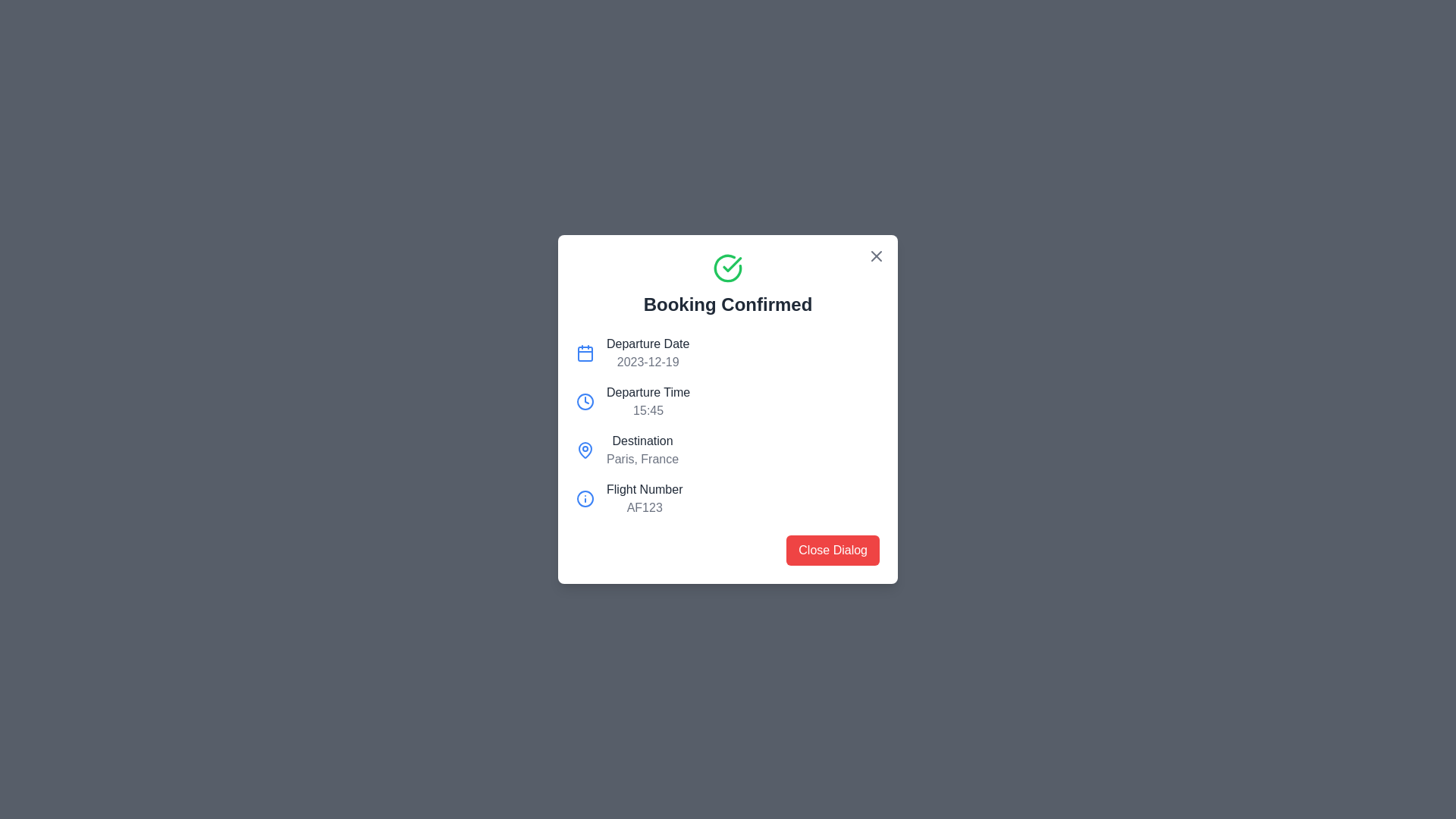 This screenshot has height=819, width=1456. I want to click on the text header displaying 'Booking Confirmed', which is prominently styled in dark gray and centrally aligned within a white box in the modal dialog, so click(728, 304).